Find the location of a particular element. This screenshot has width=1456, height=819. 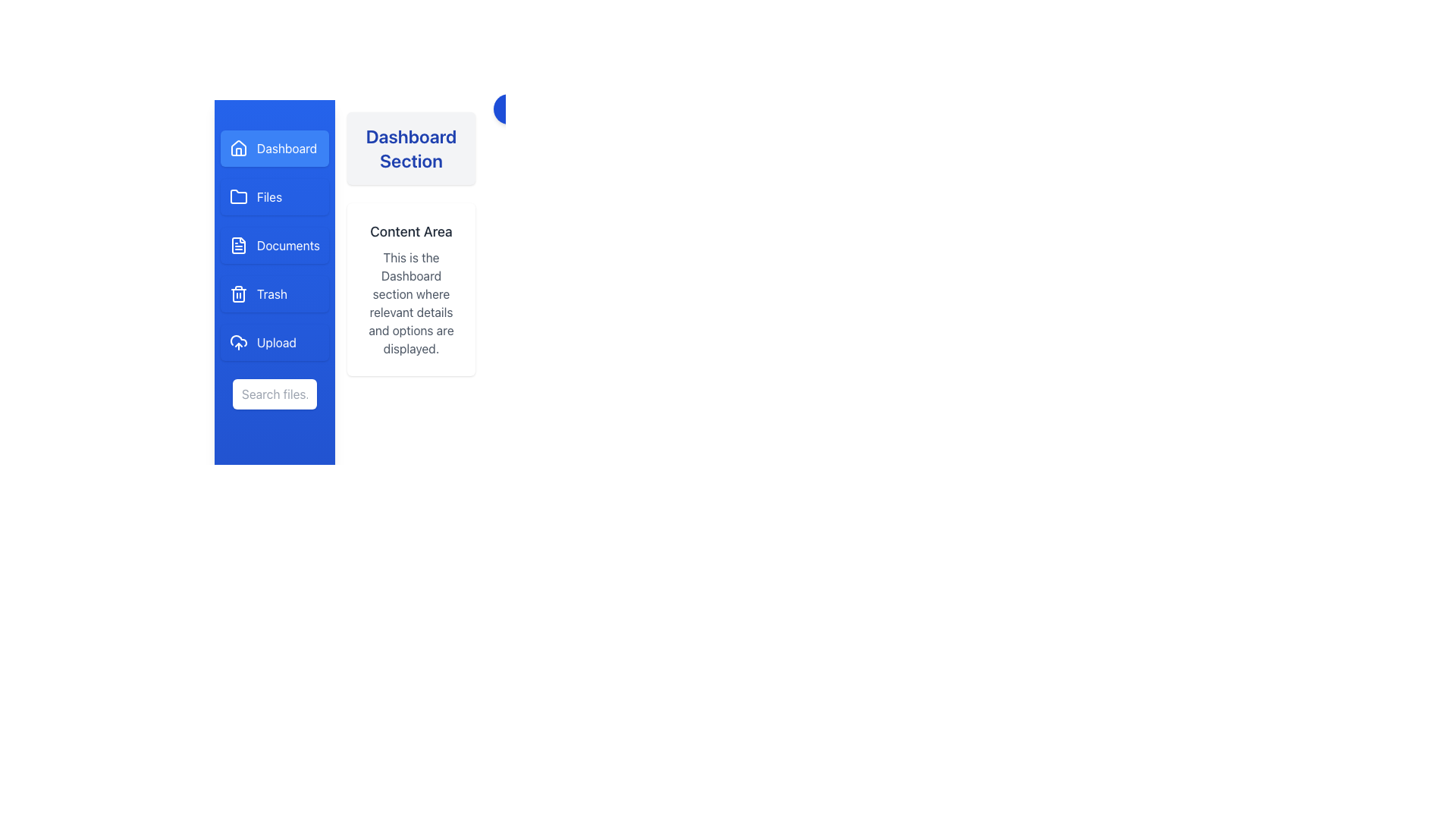

the 'Upload' icon located in the vertical navigation bar, which is the fourth button from the top, positioned between the 'Trash' button and the 'Search files' button is located at coordinates (238, 342).